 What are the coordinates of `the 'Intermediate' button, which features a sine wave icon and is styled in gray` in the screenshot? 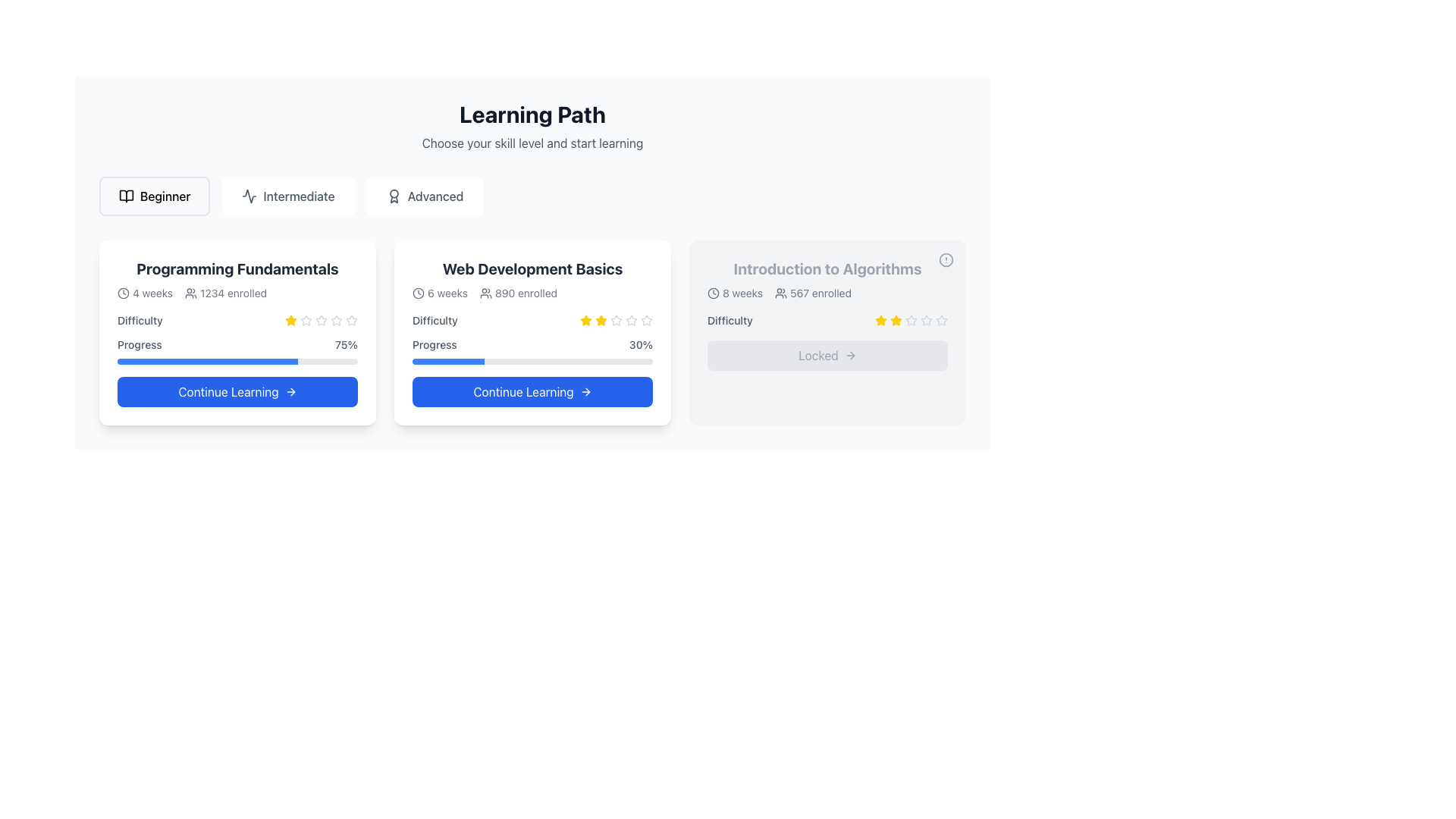 It's located at (288, 195).